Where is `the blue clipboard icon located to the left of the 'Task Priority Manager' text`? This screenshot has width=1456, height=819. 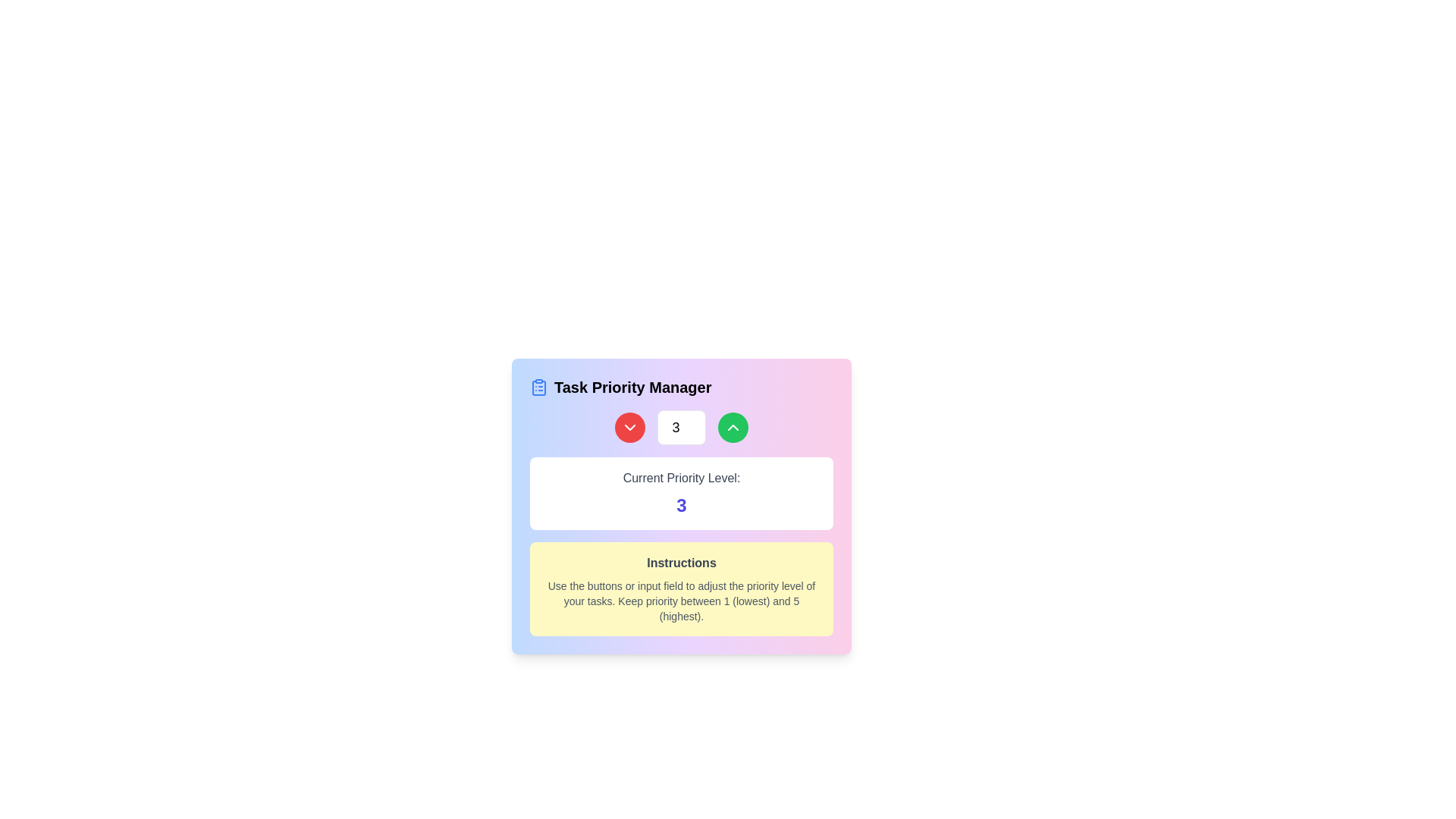 the blue clipboard icon located to the left of the 'Task Priority Manager' text is located at coordinates (538, 386).